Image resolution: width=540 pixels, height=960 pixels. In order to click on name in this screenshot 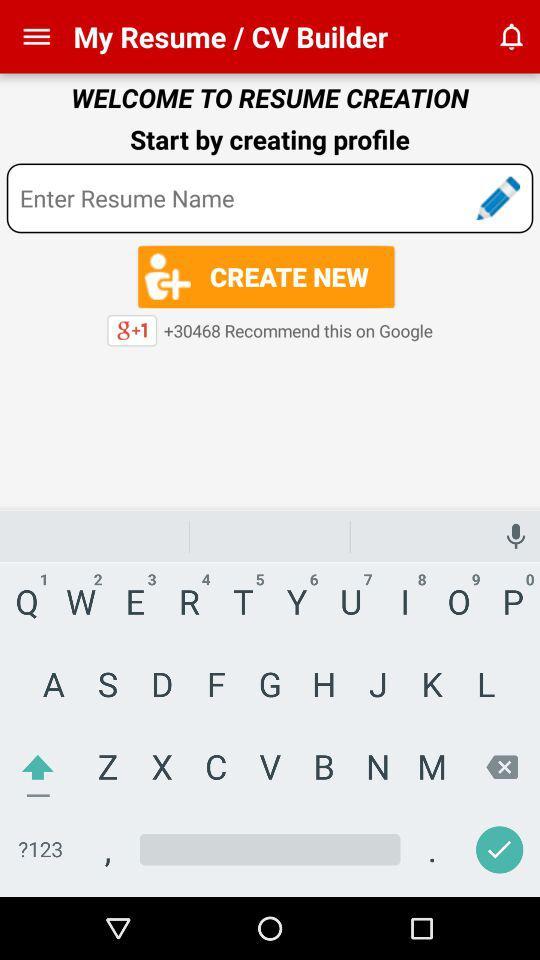, I will do `click(270, 198)`.